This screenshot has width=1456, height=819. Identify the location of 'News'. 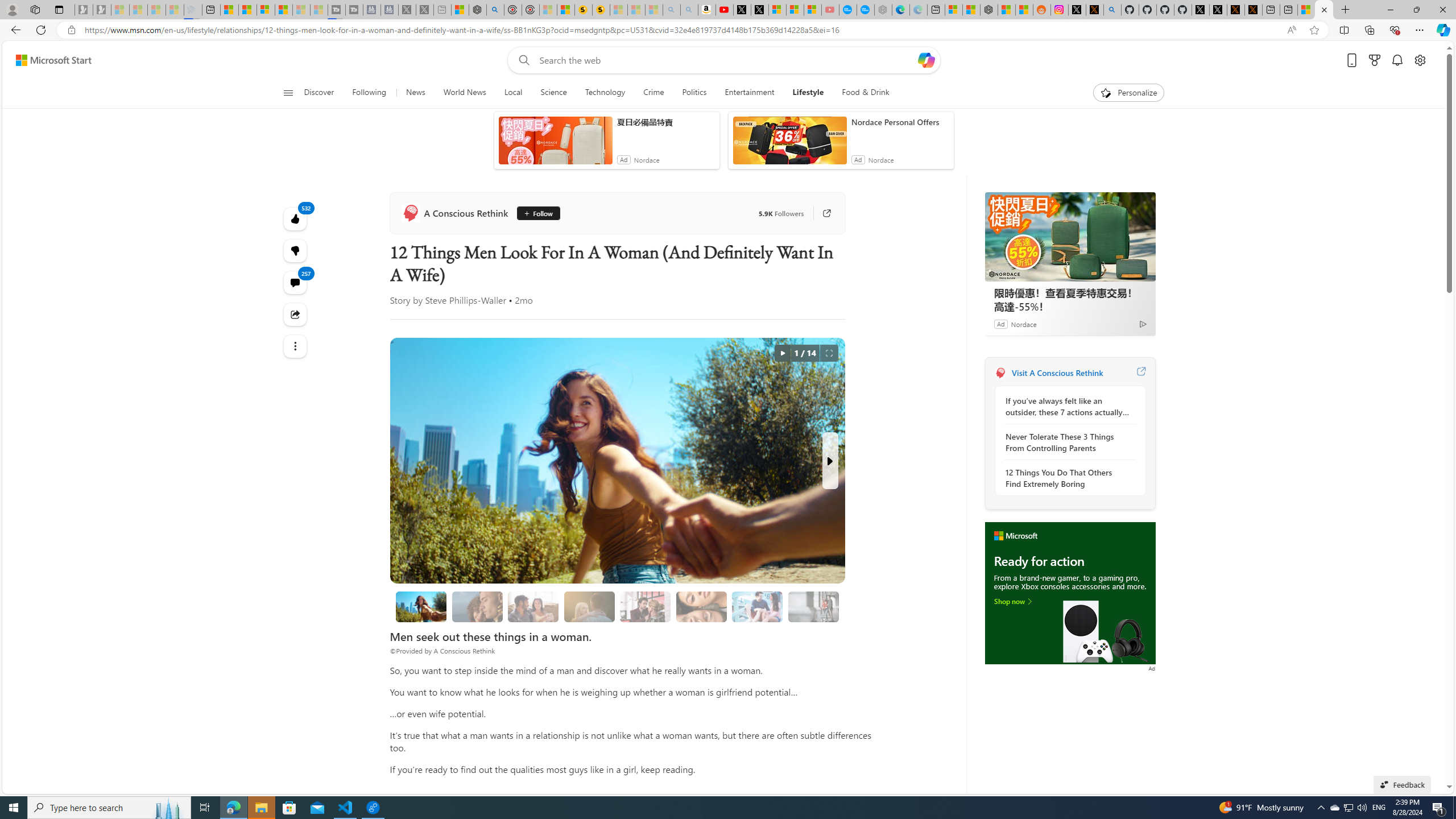
(415, 92).